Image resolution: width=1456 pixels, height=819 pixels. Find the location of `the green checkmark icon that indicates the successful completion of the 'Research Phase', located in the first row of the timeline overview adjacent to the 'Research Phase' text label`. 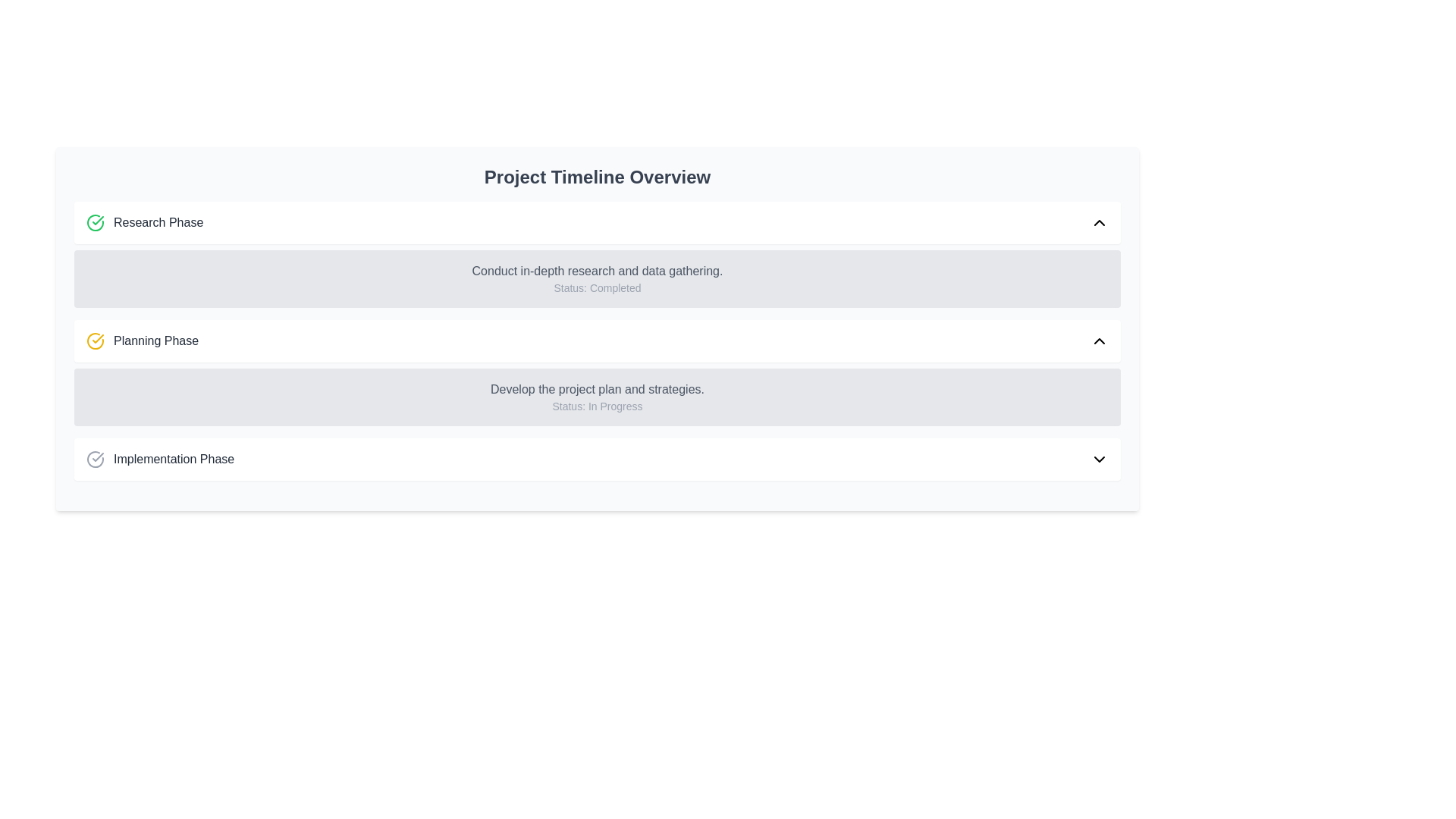

the green checkmark icon that indicates the successful completion of the 'Research Phase', located in the first row of the timeline overview adjacent to the 'Research Phase' text label is located at coordinates (94, 222).